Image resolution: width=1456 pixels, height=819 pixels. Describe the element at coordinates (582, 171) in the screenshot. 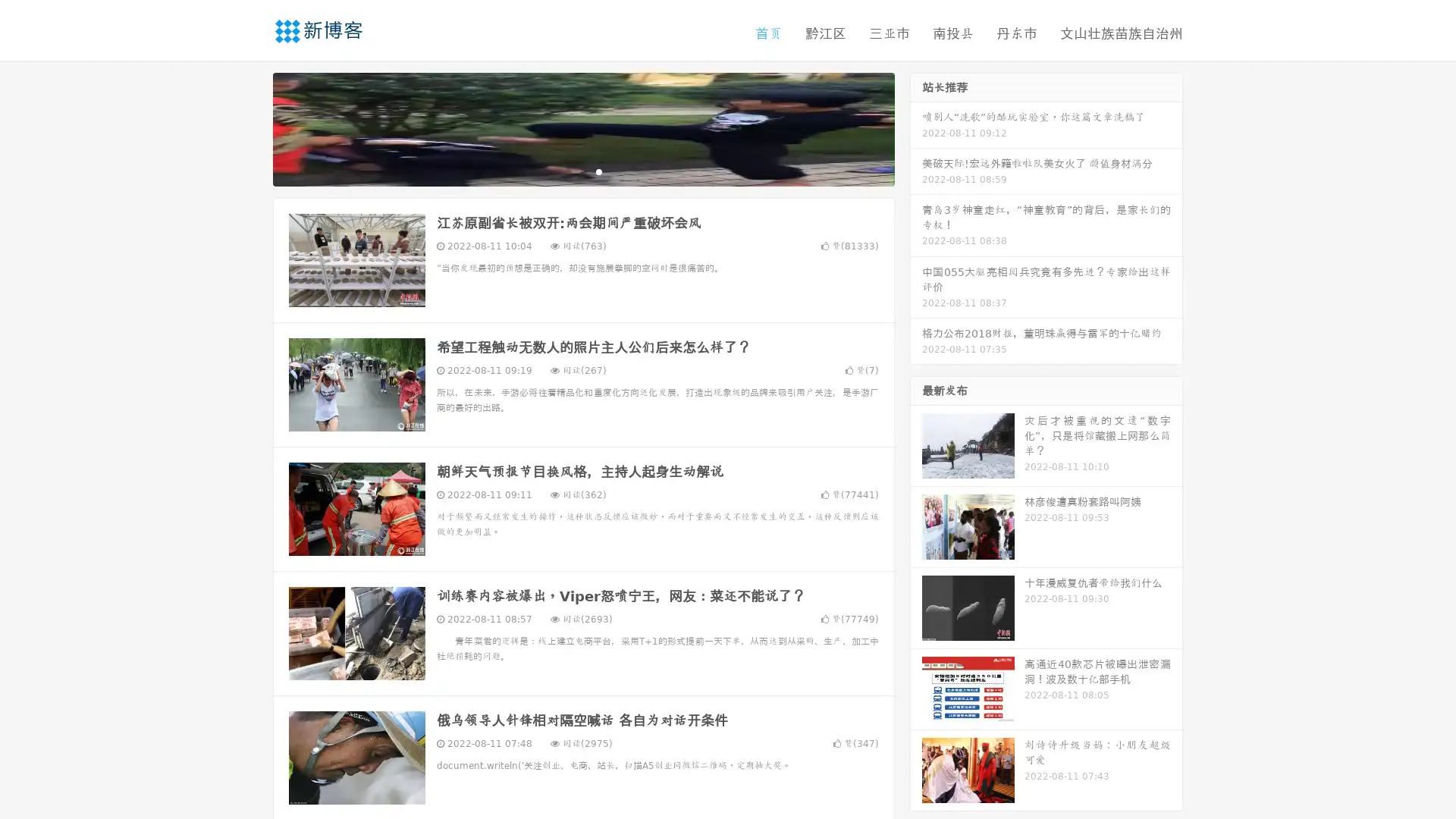

I see `Go to slide 2` at that location.